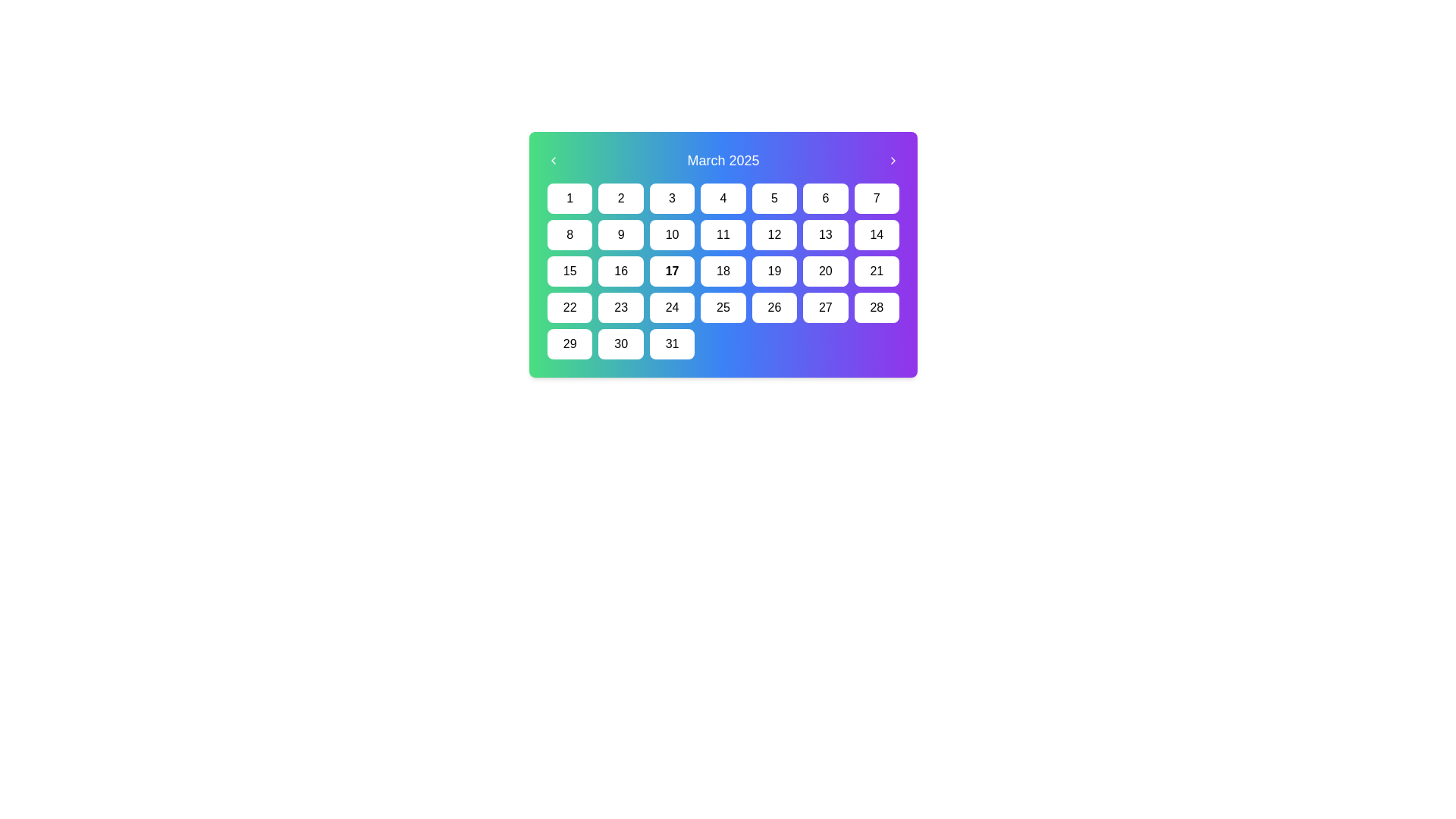 Image resolution: width=1456 pixels, height=819 pixels. Describe the element at coordinates (552, 161) in the screenshot. I see `the navigation button located to the left of the title 'March 2025'` at that location.